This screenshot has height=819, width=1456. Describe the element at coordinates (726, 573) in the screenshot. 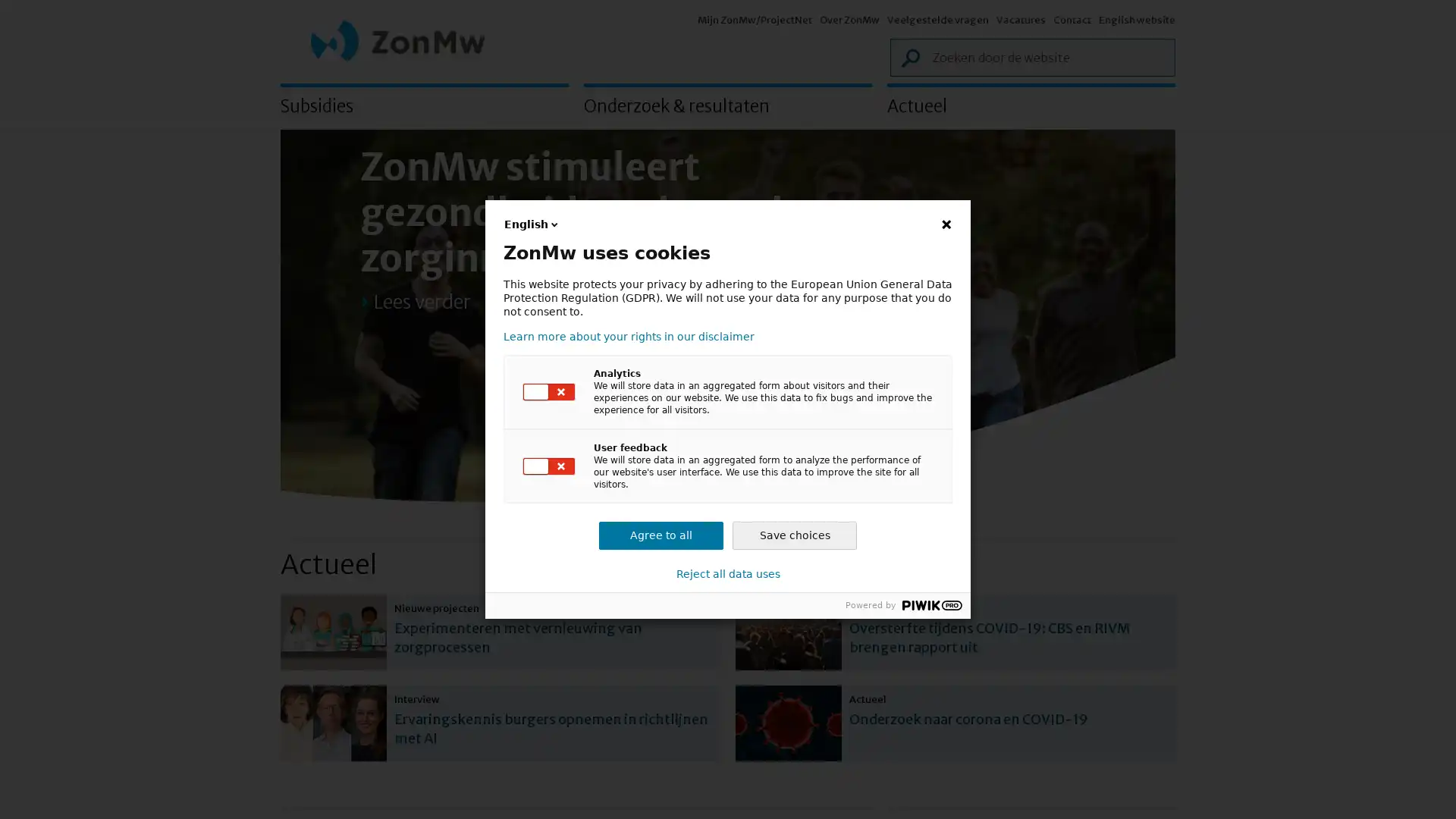

I see `Reject all data uses` at that location.